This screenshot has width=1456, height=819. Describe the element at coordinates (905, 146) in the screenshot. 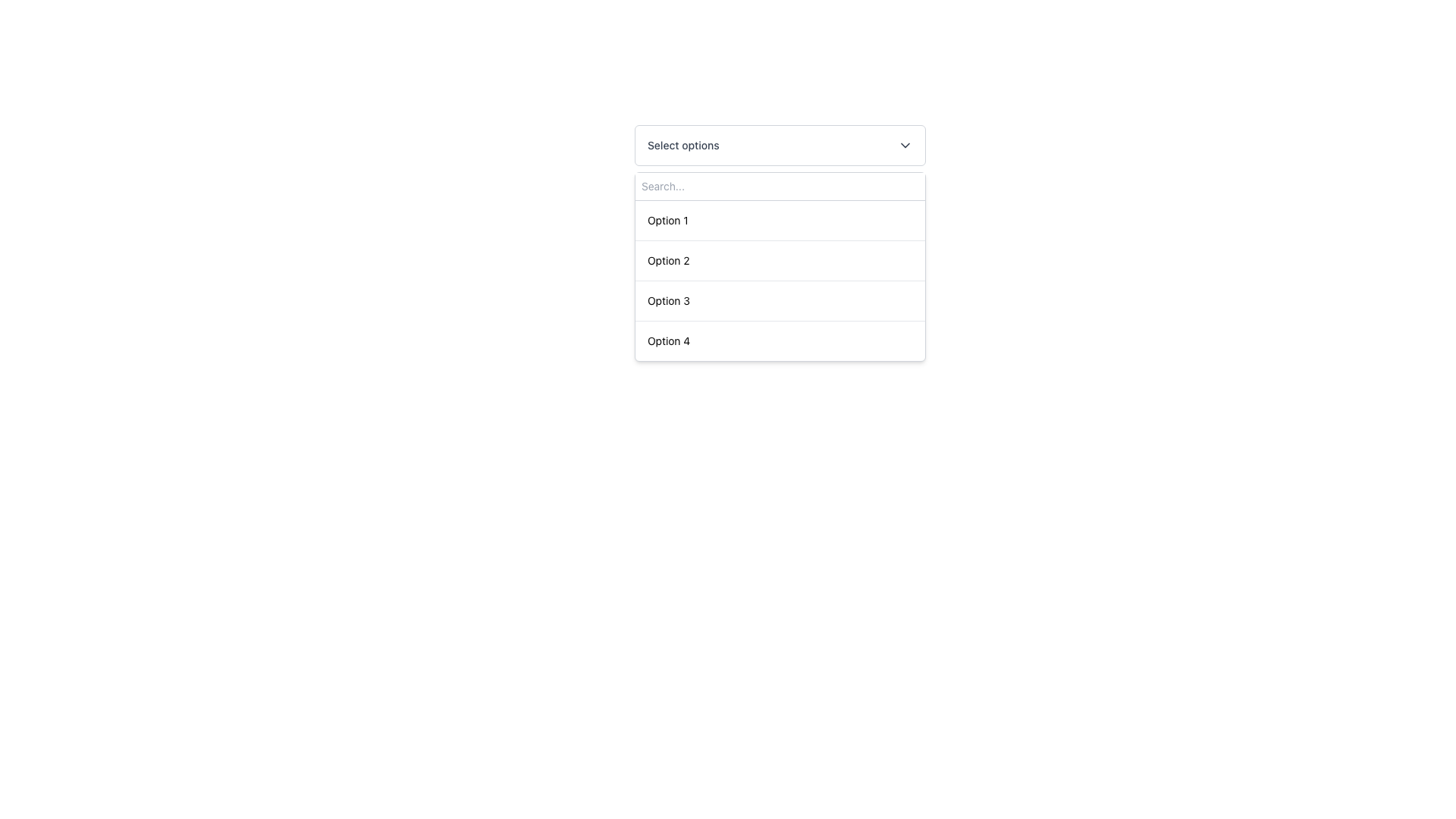

I see `the Chevron icon located at the right end of the 'Select options' dropdown button` at that location.